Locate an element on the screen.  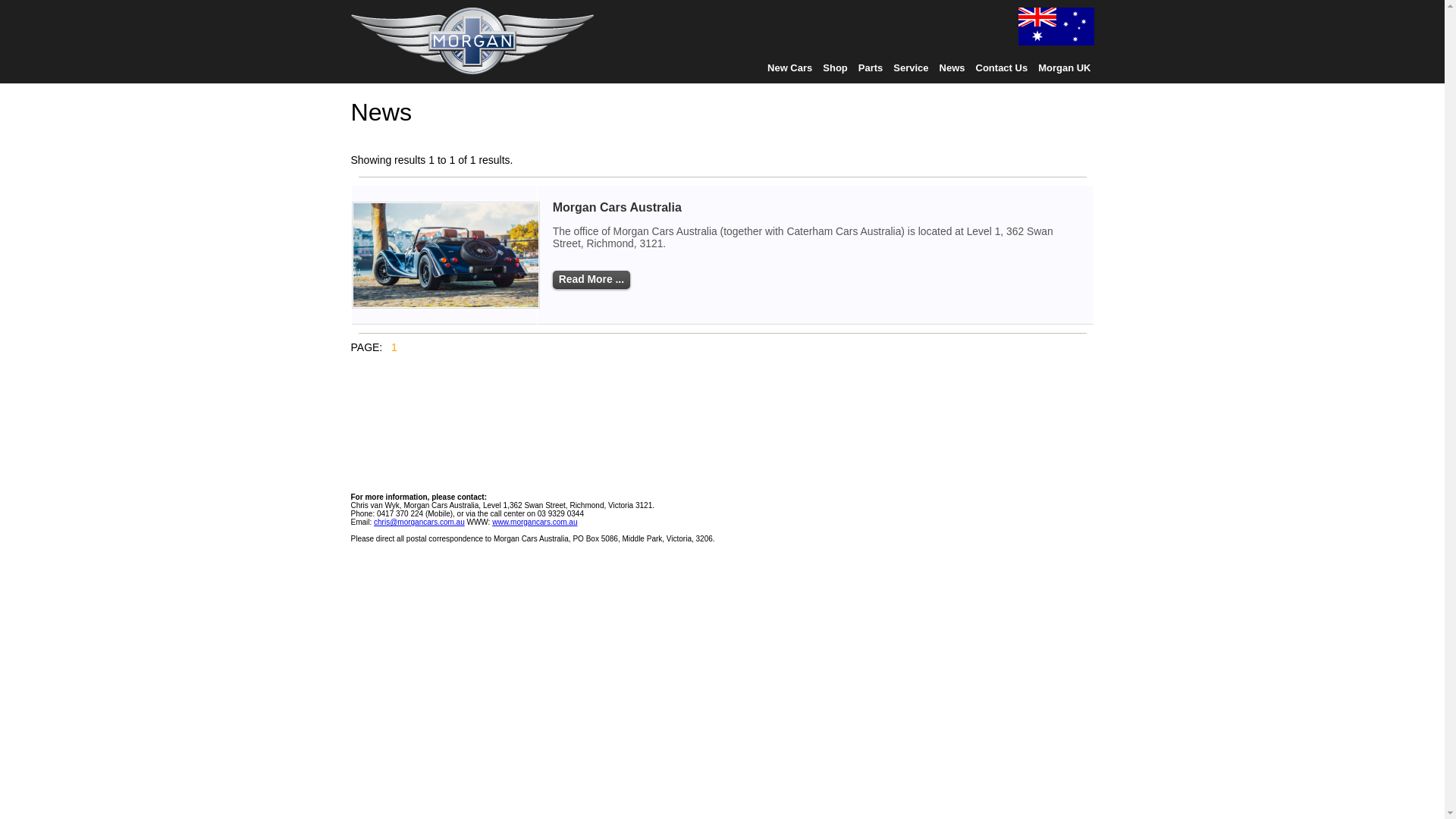
'Morgan Cars Australia' is located at coordinates (617, 207).